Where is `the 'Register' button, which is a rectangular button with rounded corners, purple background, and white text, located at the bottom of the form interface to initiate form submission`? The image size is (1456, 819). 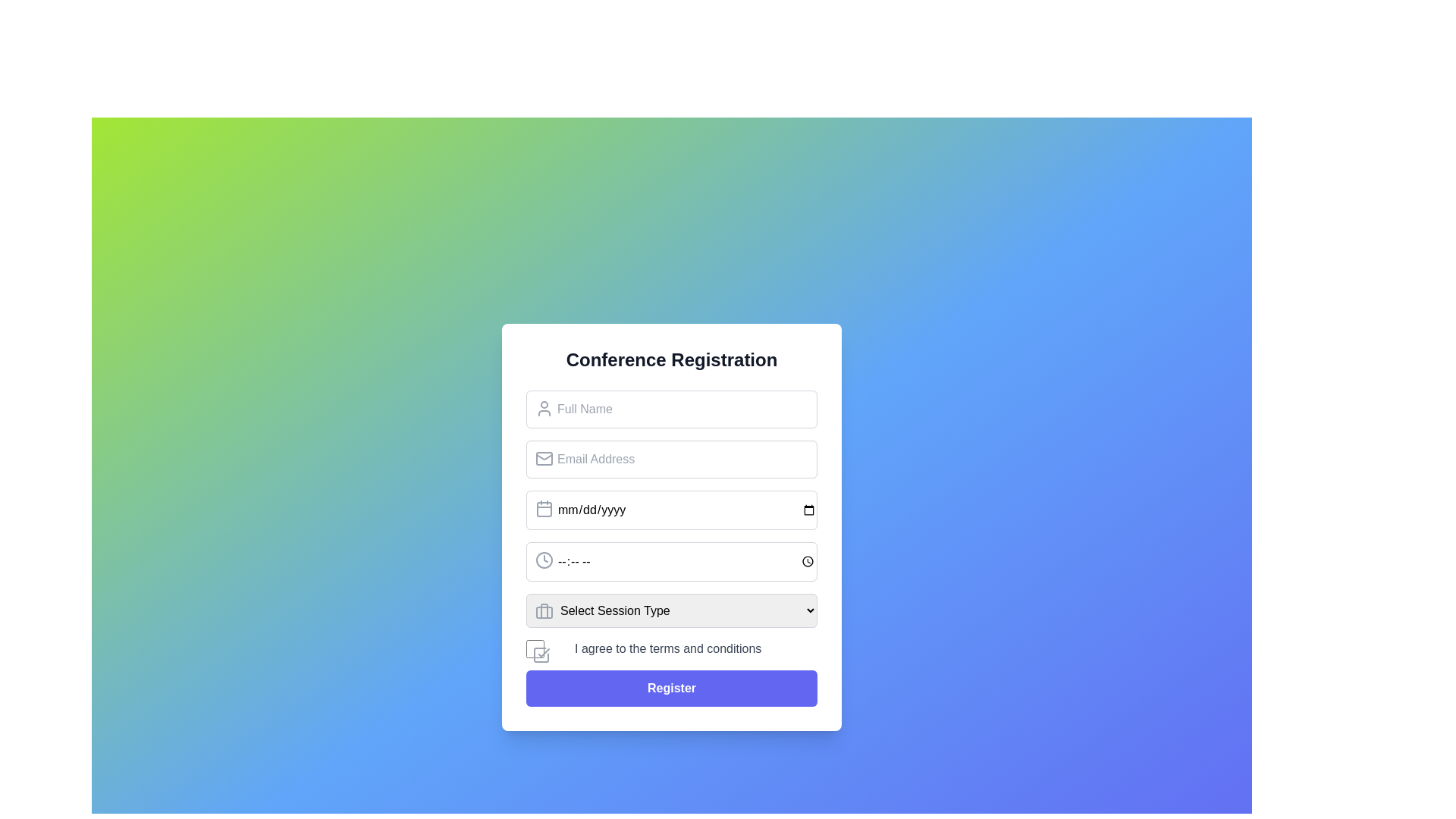
the 'Register' button, which is a rectangular button with rounded corners, purple background, and white text, located at the bottom of the form interface to initiate form submission is located at coordinates (671, 688).